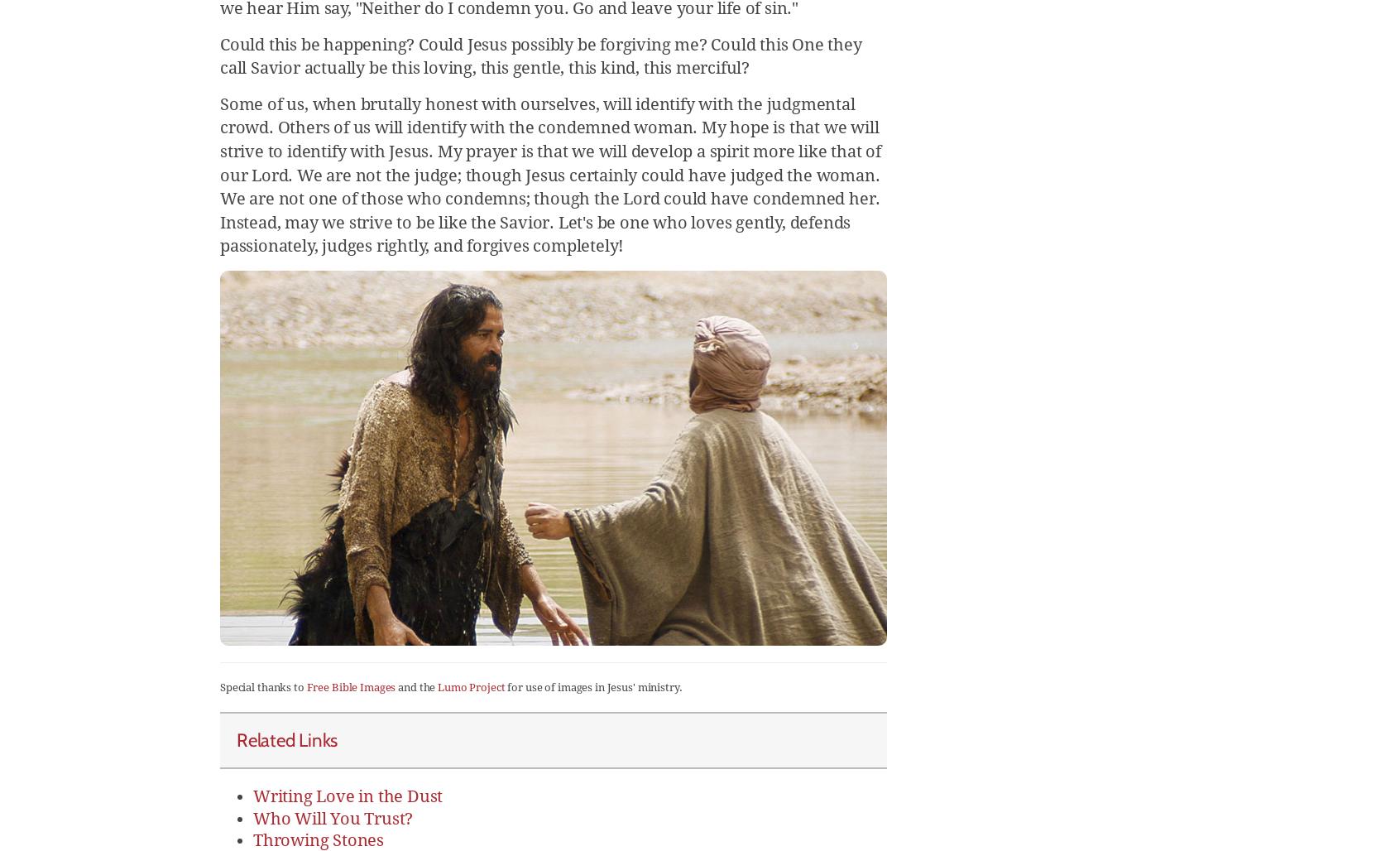 This screenshot has width=1400, height=851. What do you see at coordinates (286, 738) in the screenshot?
I see `'Related Links'` at bounding box center [286, 738].